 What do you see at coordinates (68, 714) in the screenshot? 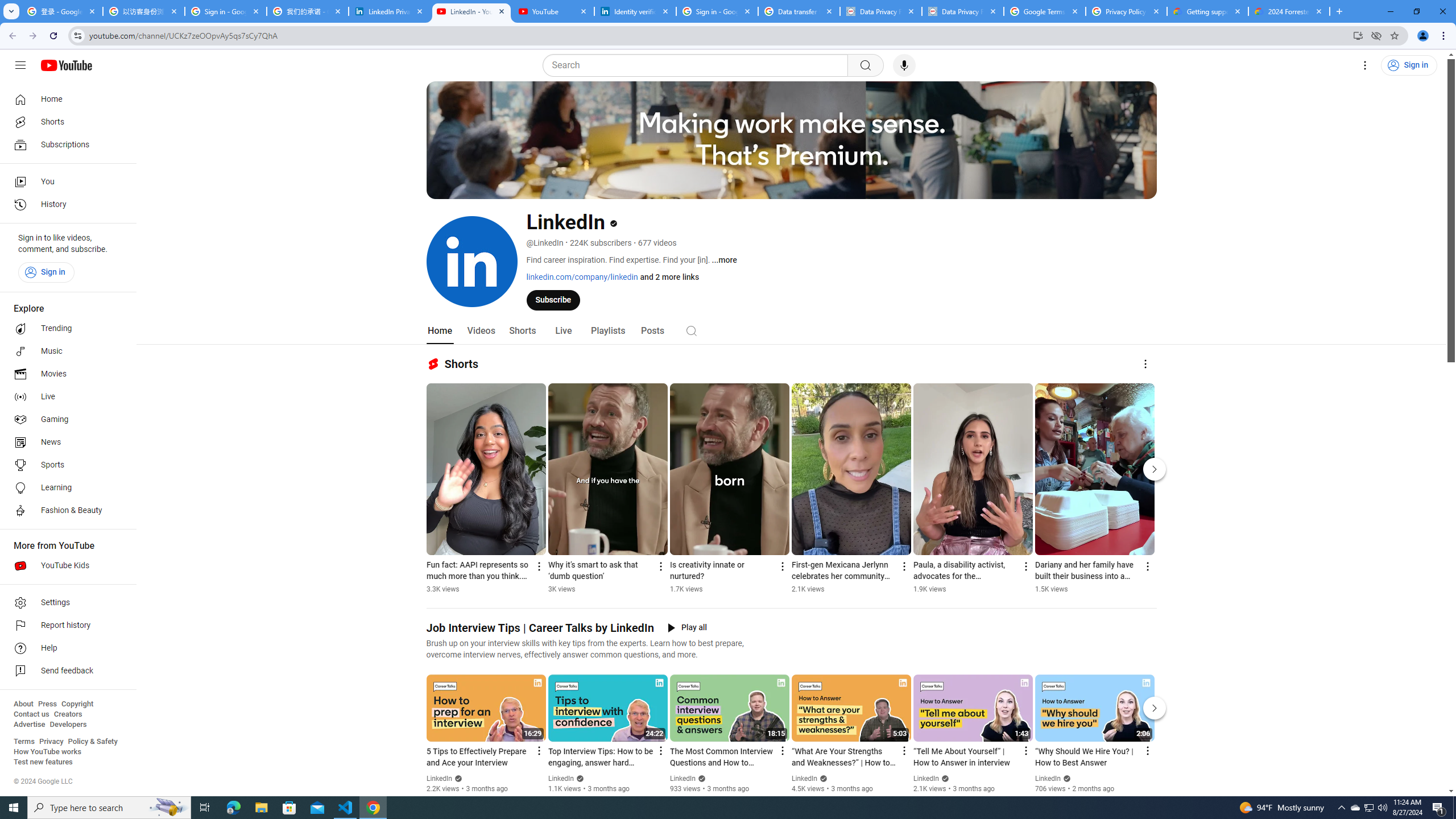
I see `'Creators'` at bounding box center [68, 714].